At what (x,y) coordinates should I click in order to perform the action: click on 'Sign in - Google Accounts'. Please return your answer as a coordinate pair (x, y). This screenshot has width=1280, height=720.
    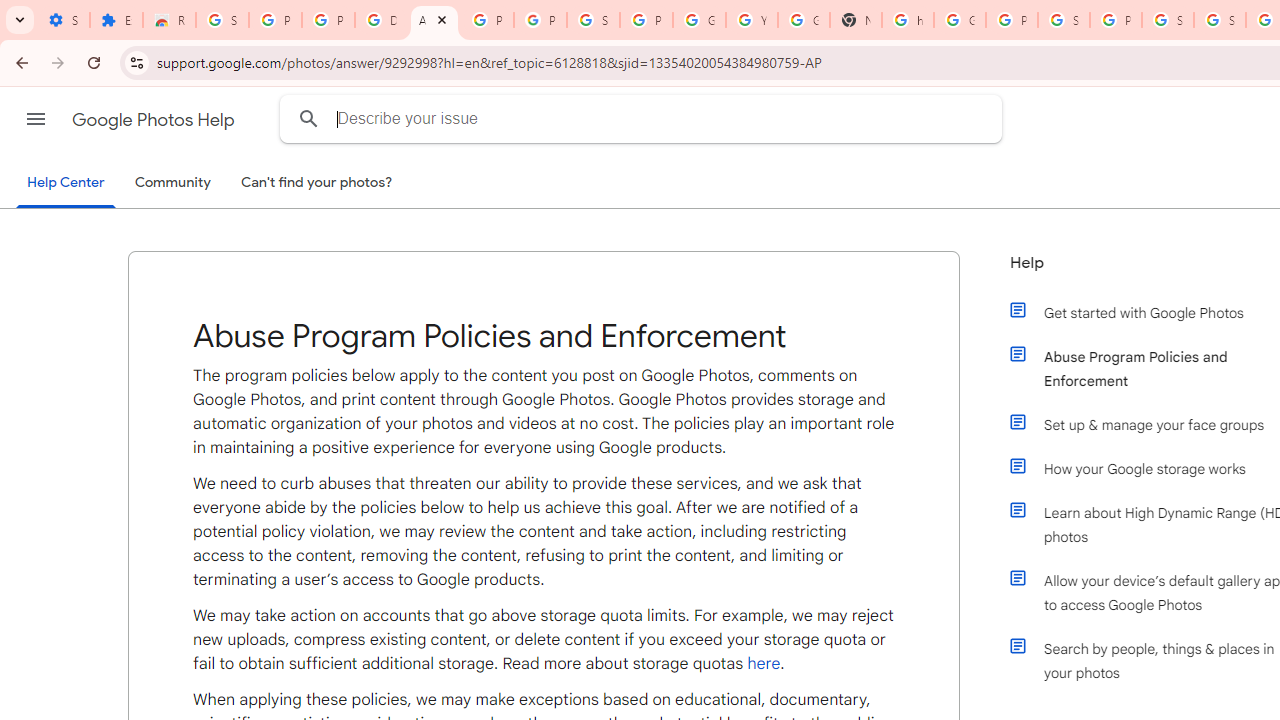
    Looking at the image, I should click on (1168, 20).